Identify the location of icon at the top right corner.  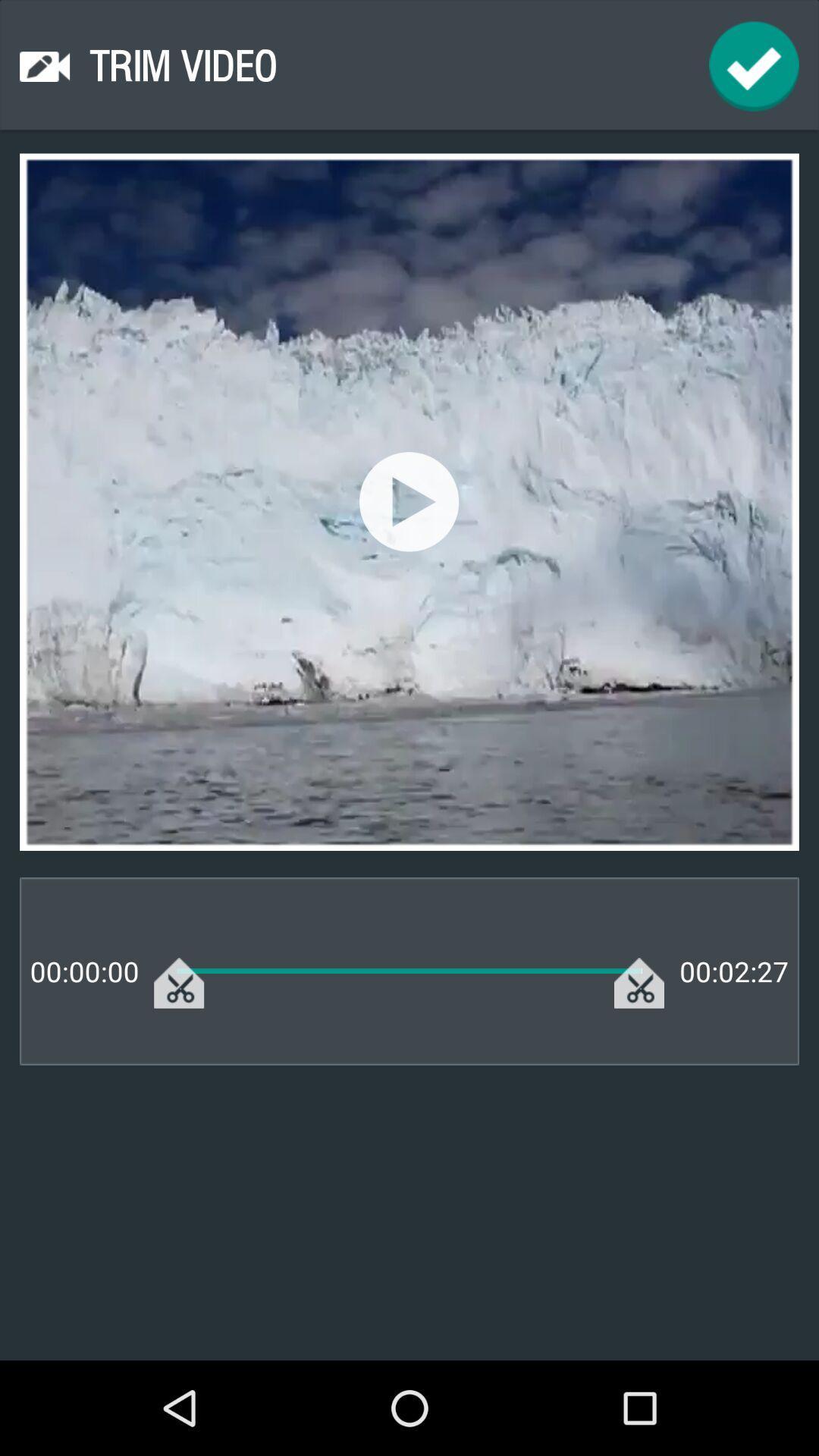
(754, 65).